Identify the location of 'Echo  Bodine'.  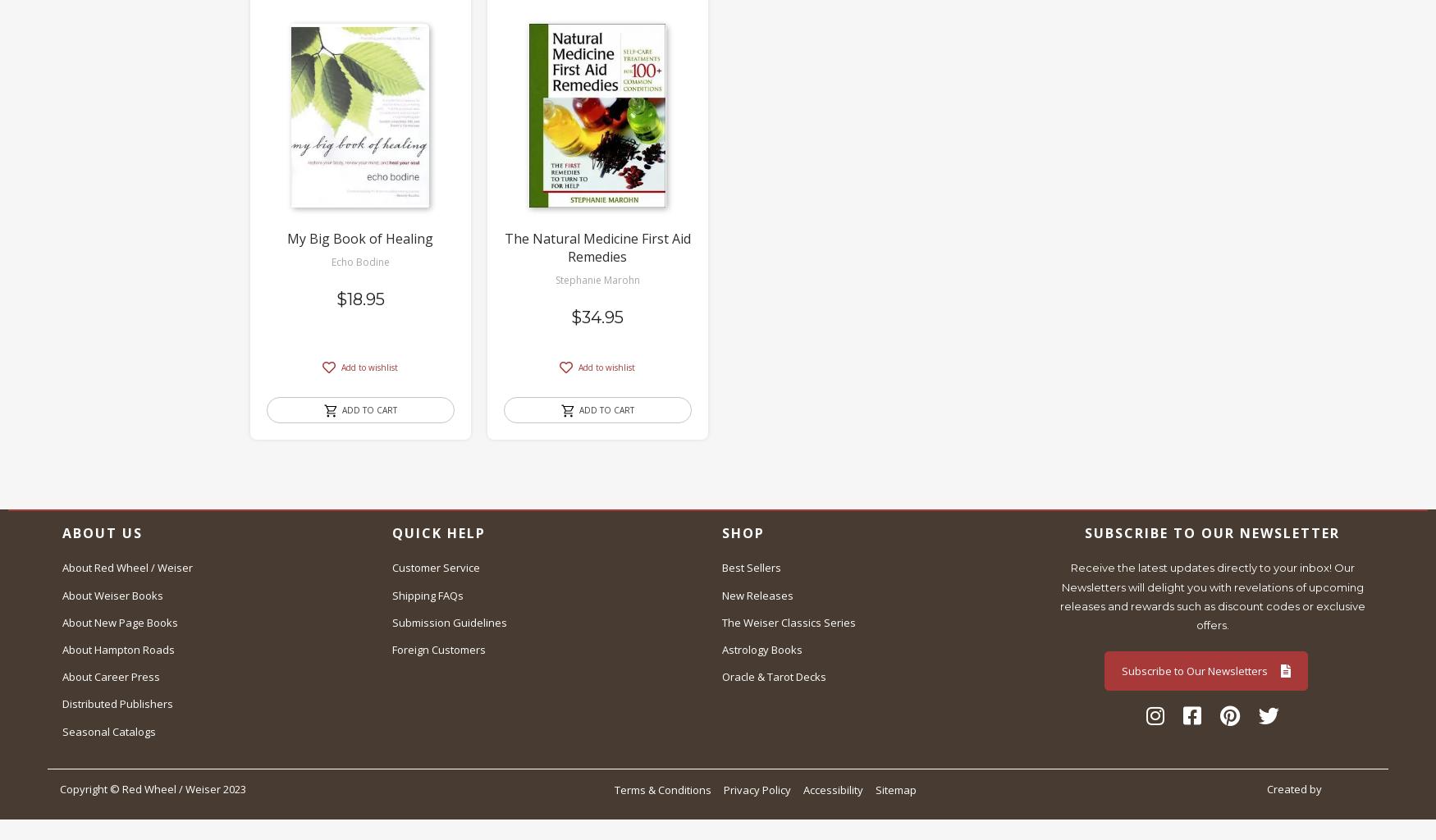
(359, 261).